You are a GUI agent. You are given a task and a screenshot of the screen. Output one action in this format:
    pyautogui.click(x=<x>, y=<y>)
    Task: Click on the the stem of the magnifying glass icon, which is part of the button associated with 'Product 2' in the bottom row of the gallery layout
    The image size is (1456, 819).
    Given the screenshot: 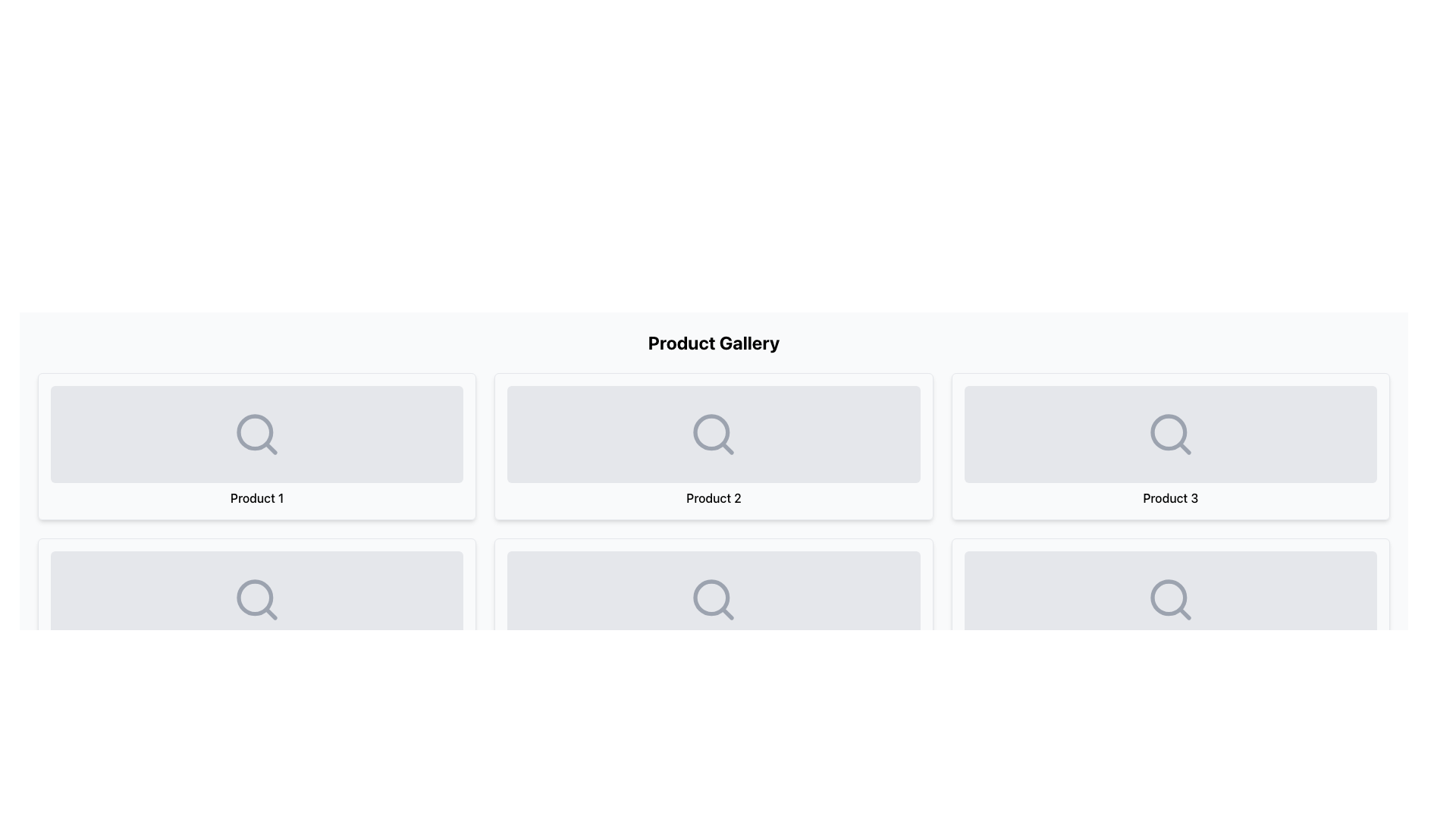 What is the action you would take?
    pyautogui.click(x=726, y=613)
    